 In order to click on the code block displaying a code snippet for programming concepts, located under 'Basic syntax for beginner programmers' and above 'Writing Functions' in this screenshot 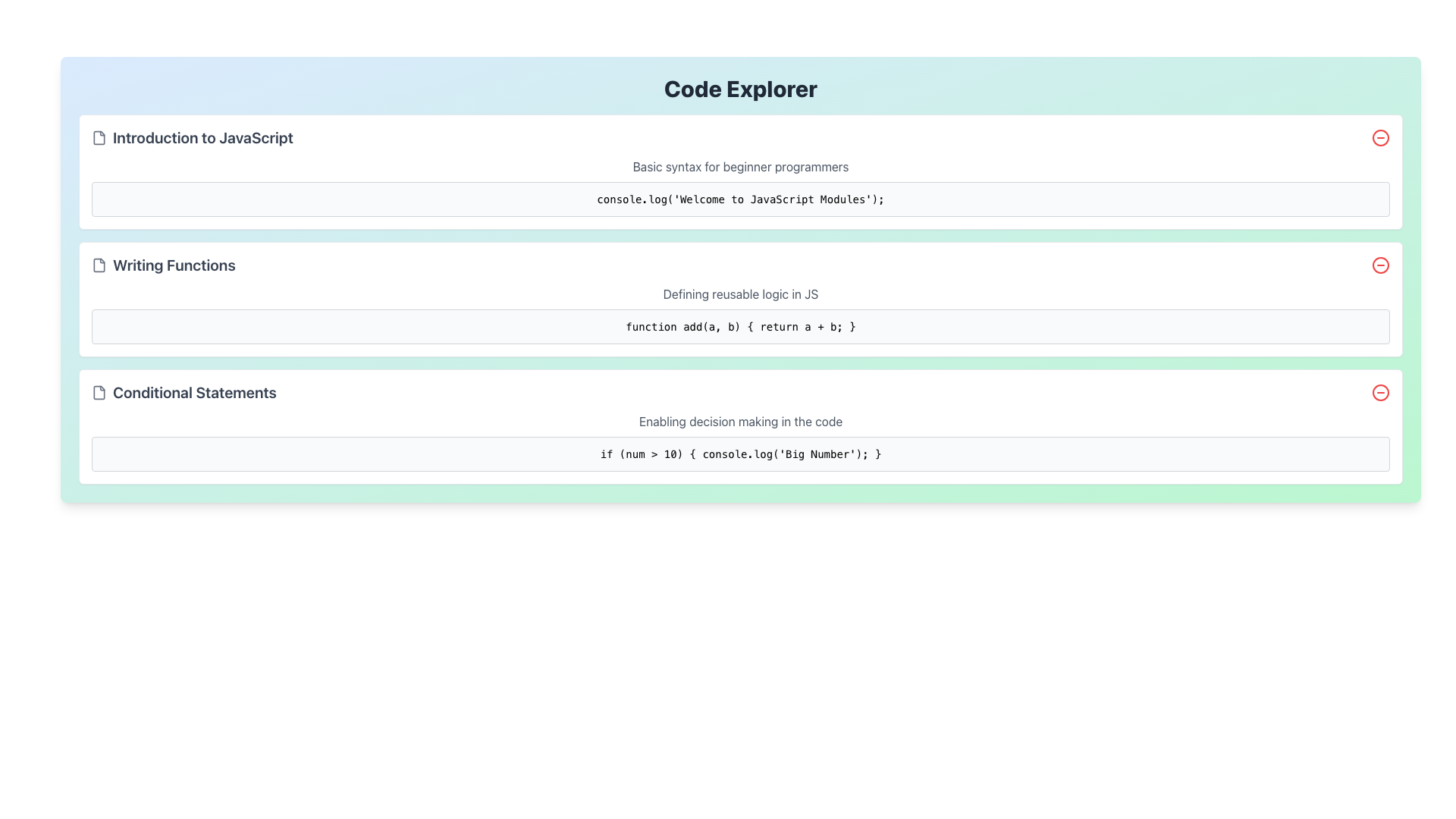, I will do `click(741, 198)`.